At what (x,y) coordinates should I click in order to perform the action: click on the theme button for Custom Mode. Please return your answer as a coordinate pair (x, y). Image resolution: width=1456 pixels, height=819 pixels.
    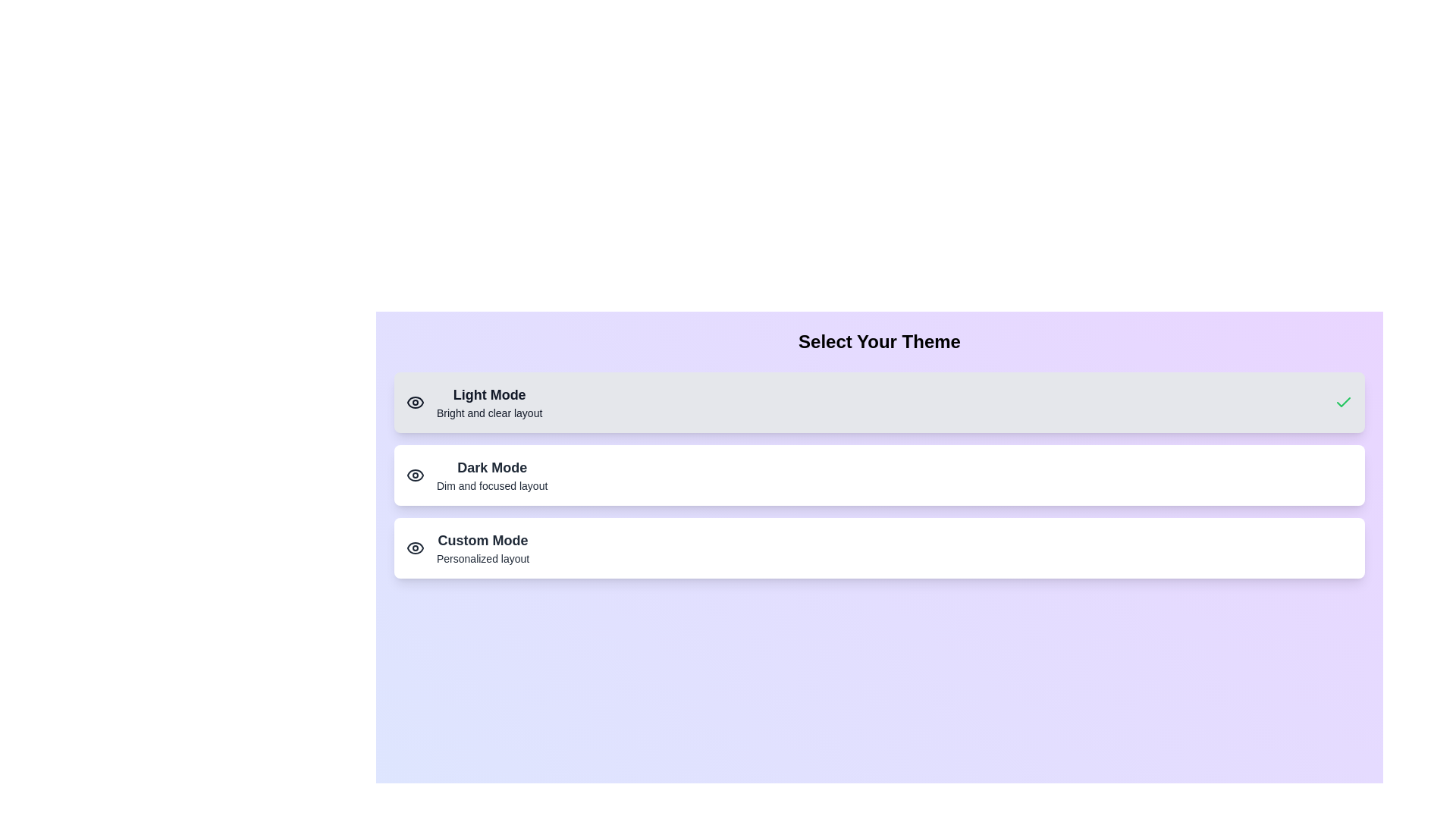
    Looking at the image, I should click on (880, 548).